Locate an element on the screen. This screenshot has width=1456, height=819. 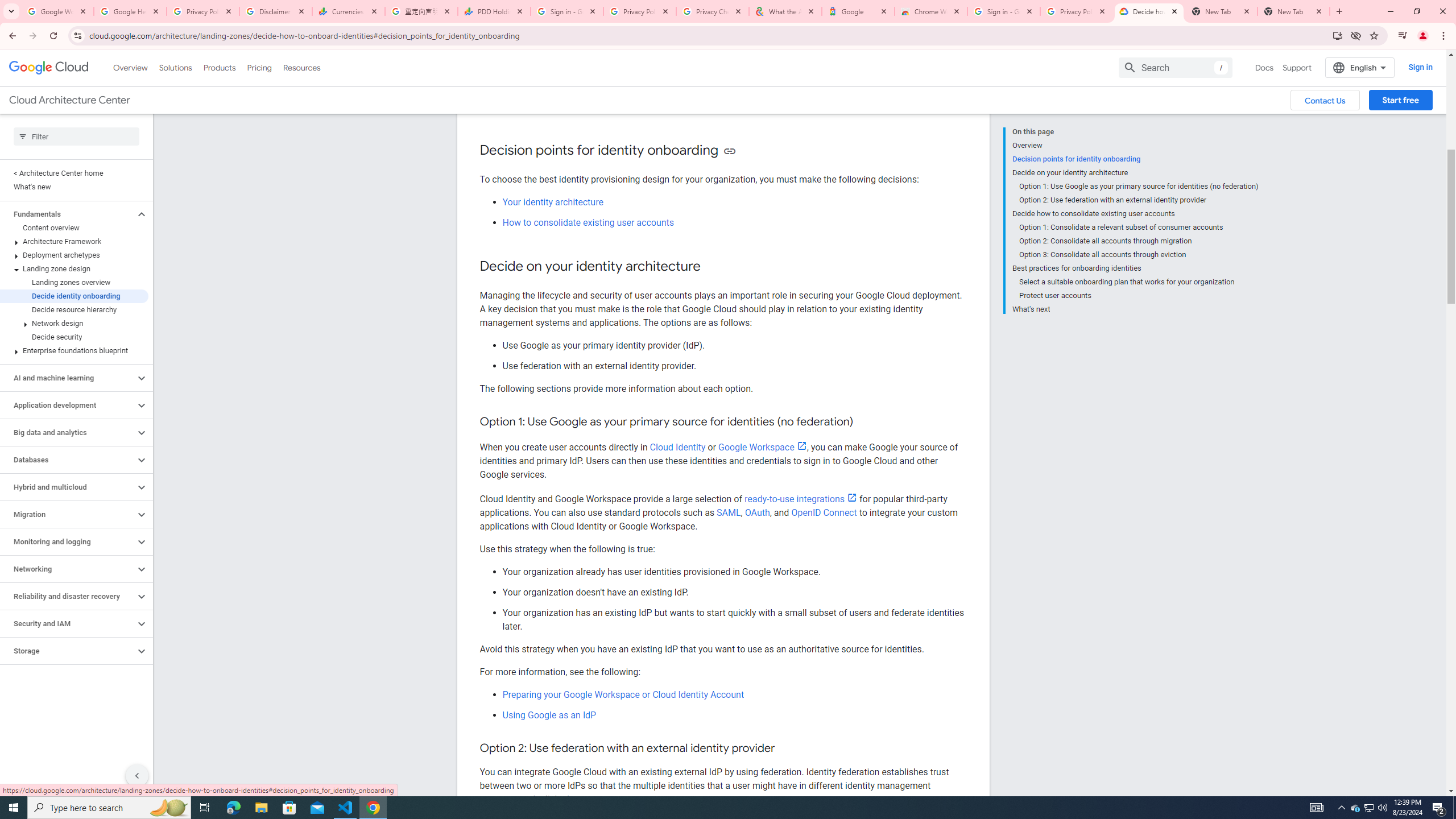
'Option 1: Consolidate a relevant subset of consumer accounts' is located at coordinates (1138, 226).